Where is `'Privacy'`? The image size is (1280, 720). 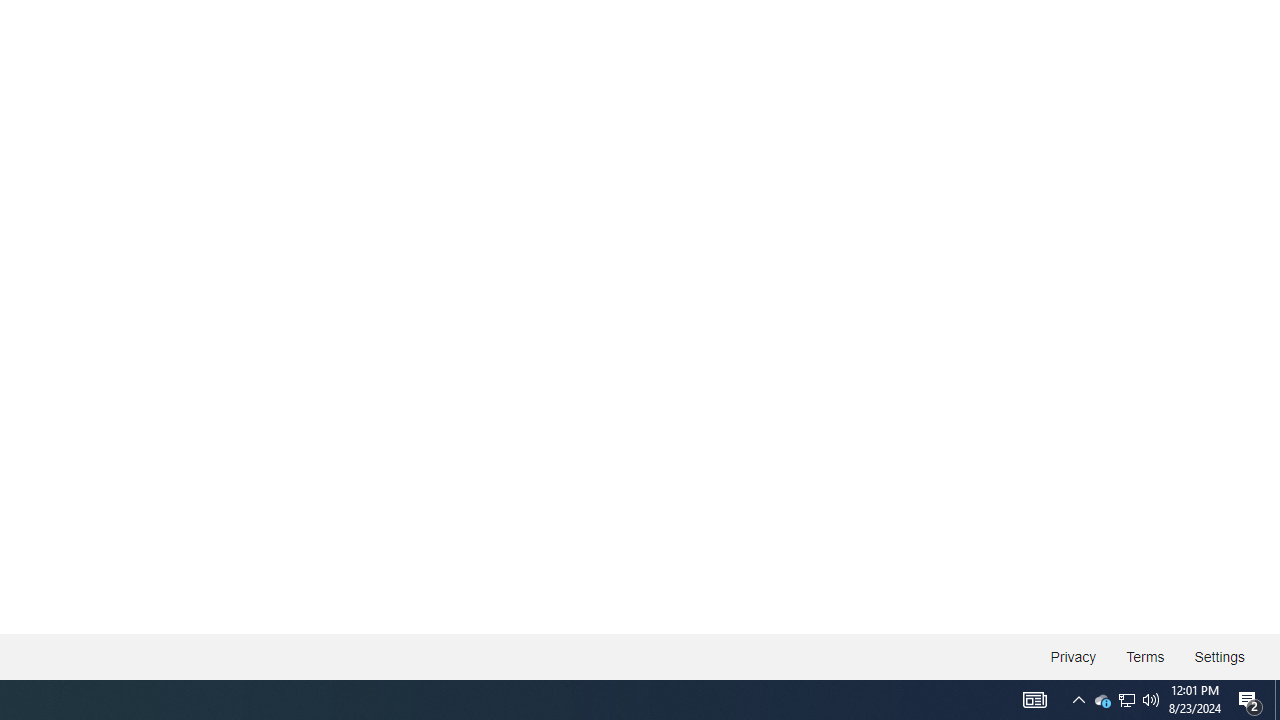
'Privacy' is located at coordinates (1072, 657).